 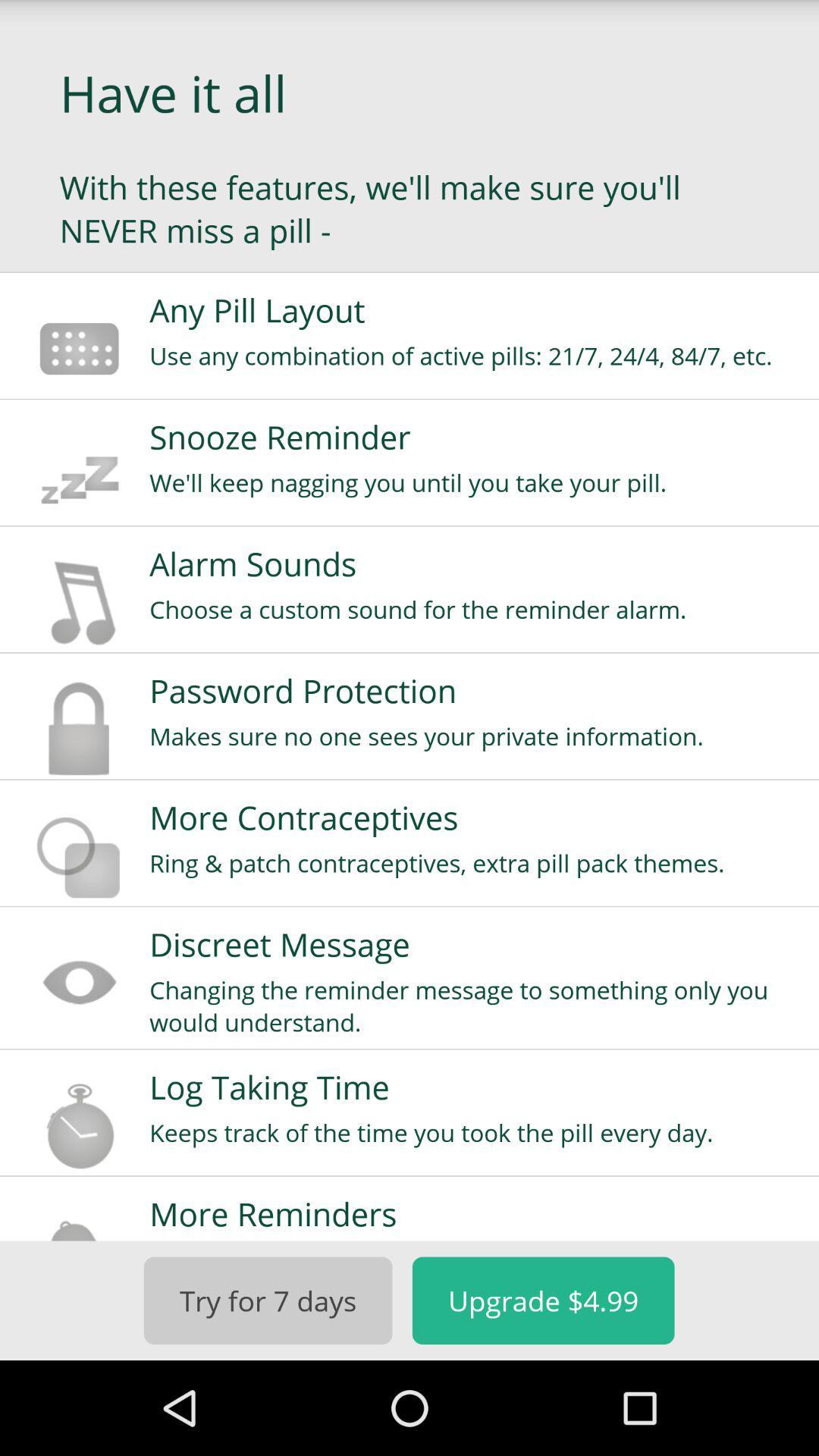 What do you see at coordinates (473, 943) in the screenshot?
I see `the item above the changing the reminder` at bounding box center [473, 943].